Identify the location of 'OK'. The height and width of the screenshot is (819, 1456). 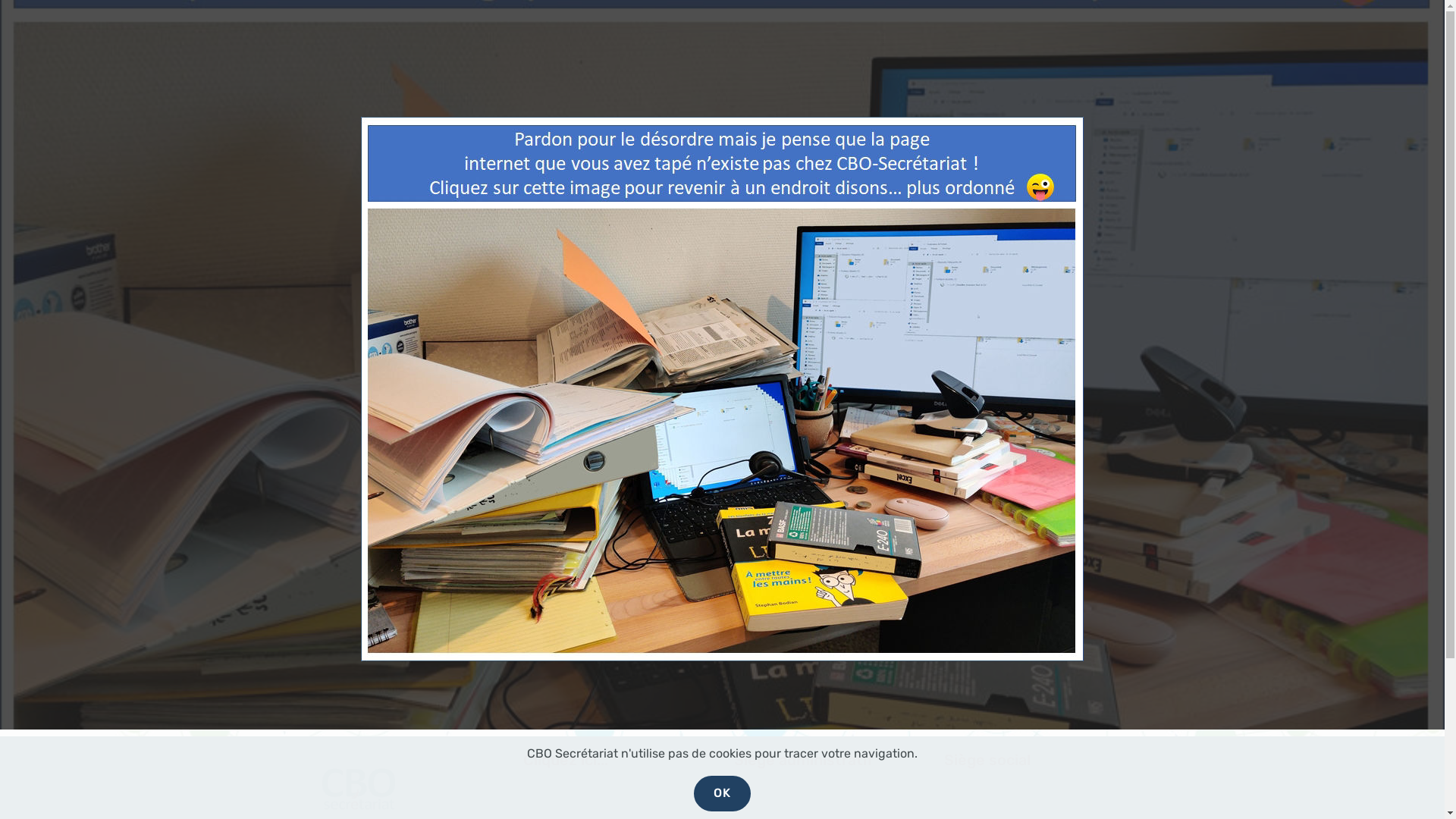
(721, 792).